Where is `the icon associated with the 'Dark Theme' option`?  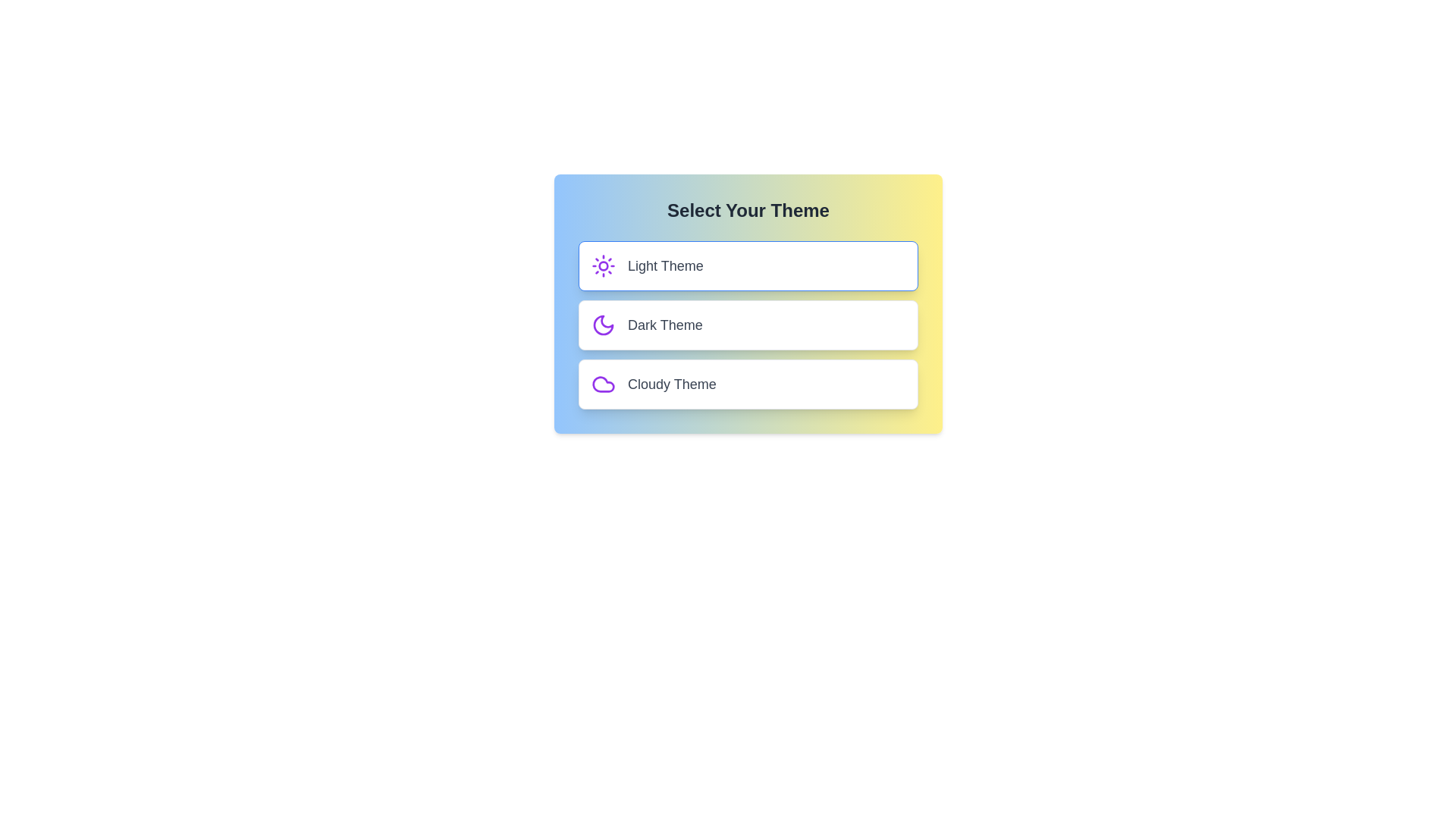 the icon associated with the 'Dark Theme' option is located at coordinates (603, 324).